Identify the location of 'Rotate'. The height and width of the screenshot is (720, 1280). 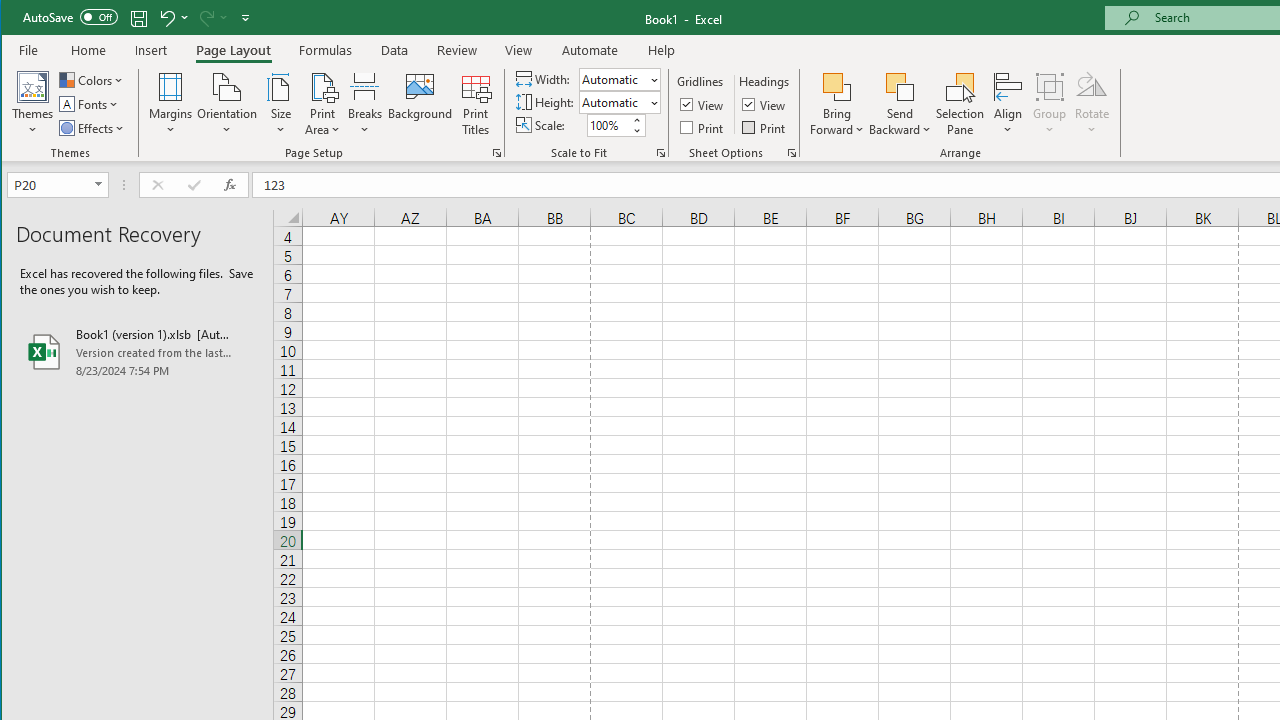
(1091, 104).